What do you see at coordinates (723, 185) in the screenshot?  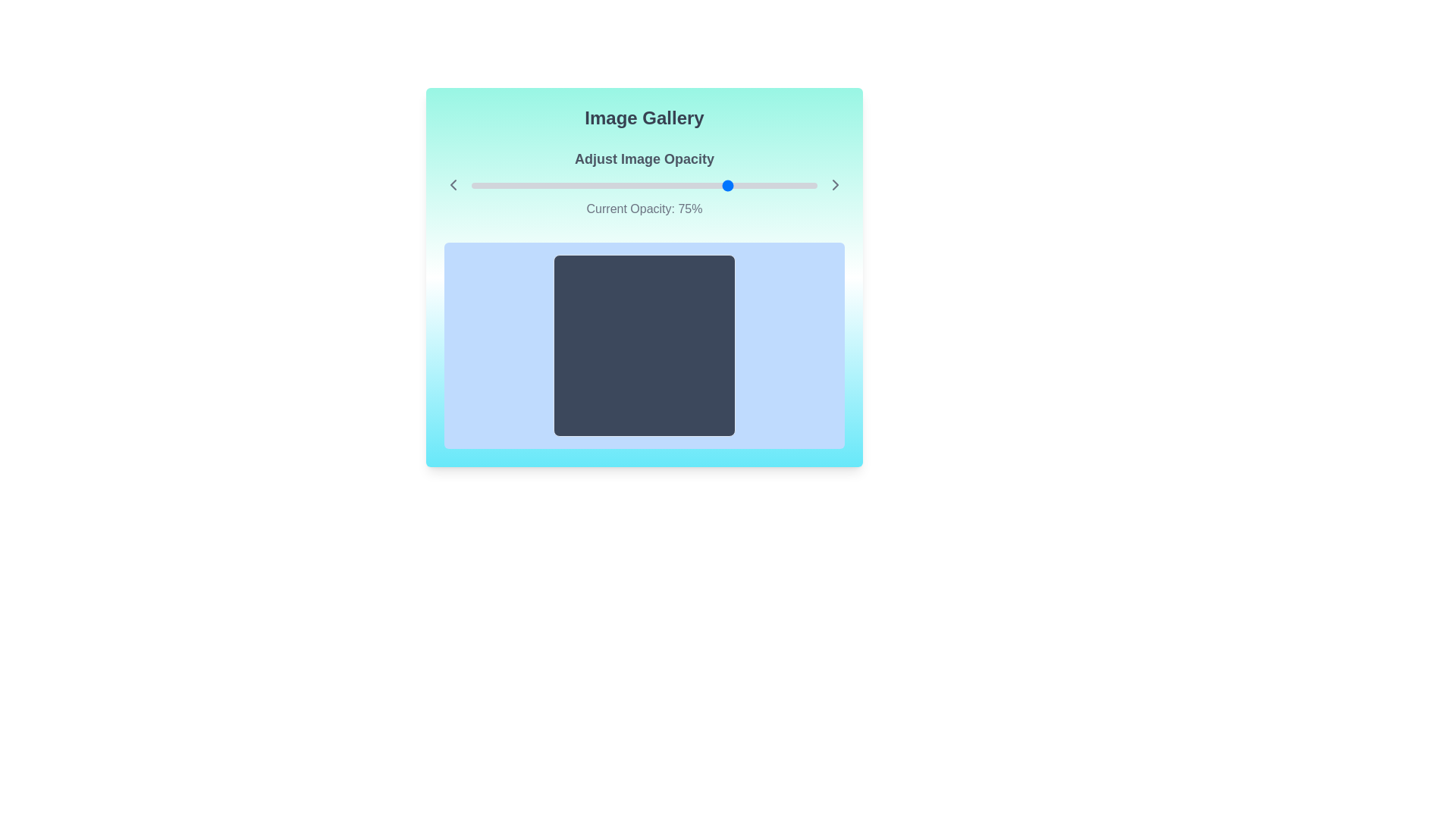 I see `the image opacity slider to 73%` at bounding box center [723, 185].